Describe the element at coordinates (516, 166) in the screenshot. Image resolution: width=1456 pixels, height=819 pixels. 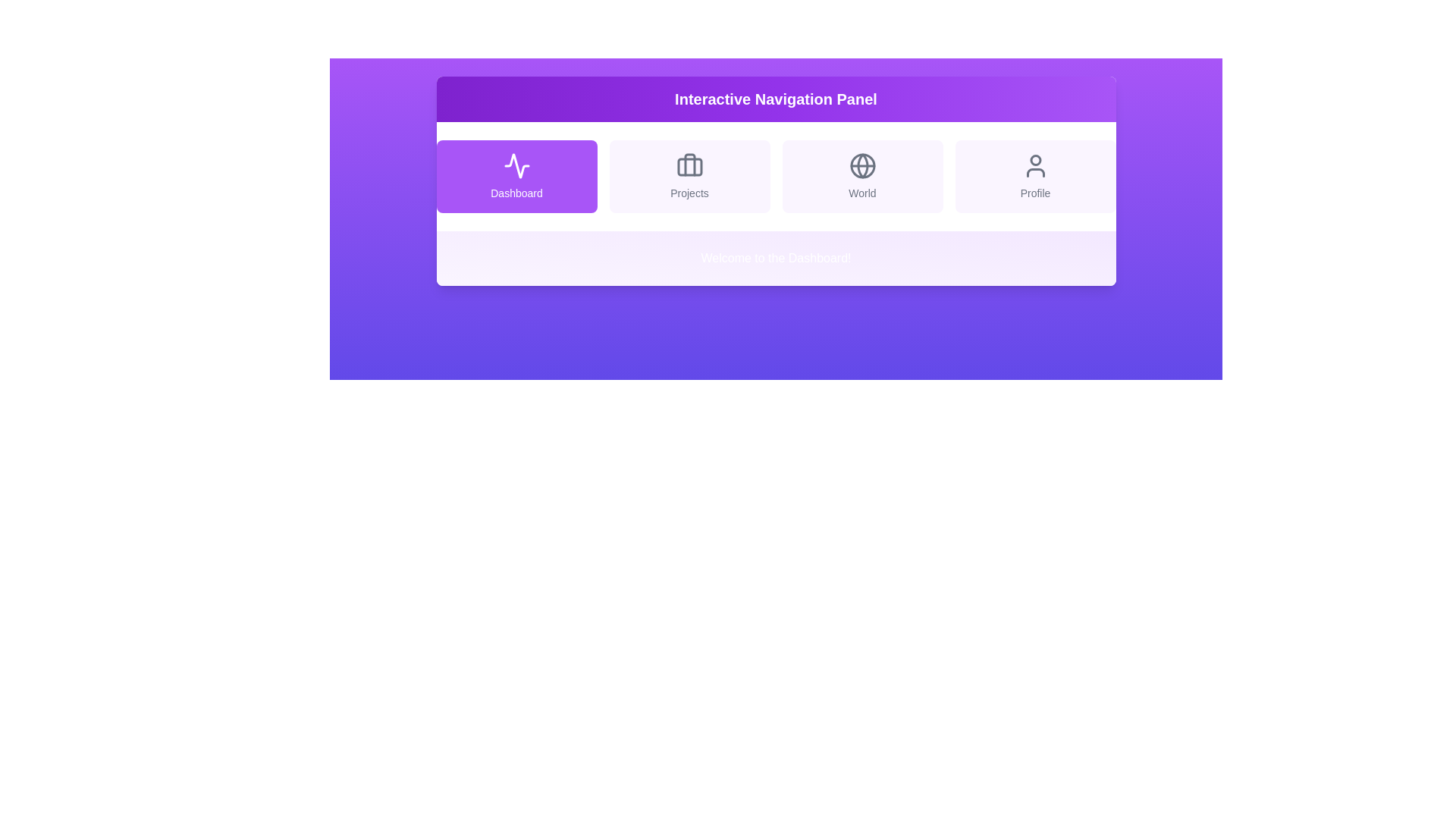
I see `the first SVG icon resembling a graph signal in the interactive navigation panel` at that location.